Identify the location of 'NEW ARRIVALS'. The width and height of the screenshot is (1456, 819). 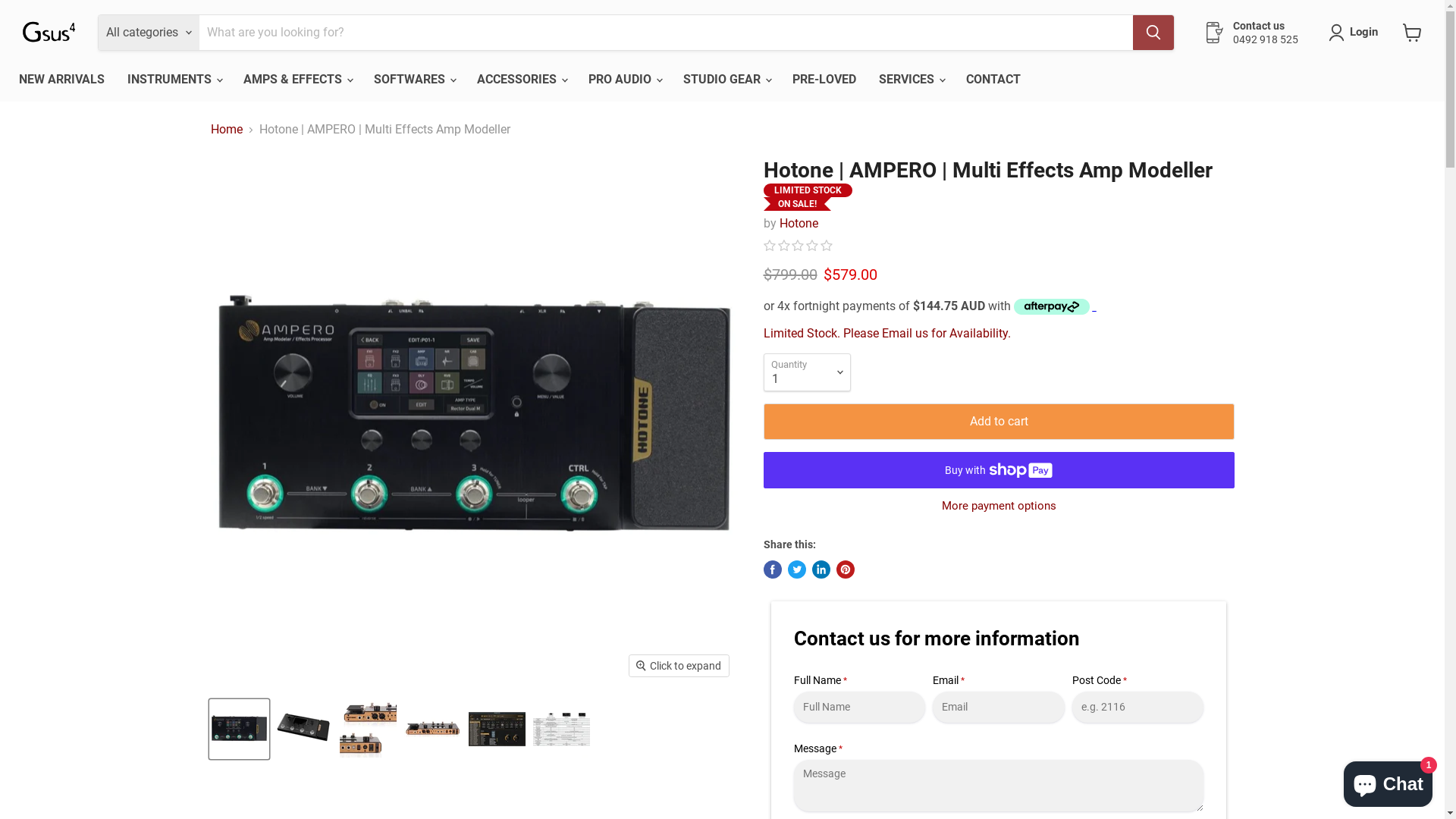
(61, 79).